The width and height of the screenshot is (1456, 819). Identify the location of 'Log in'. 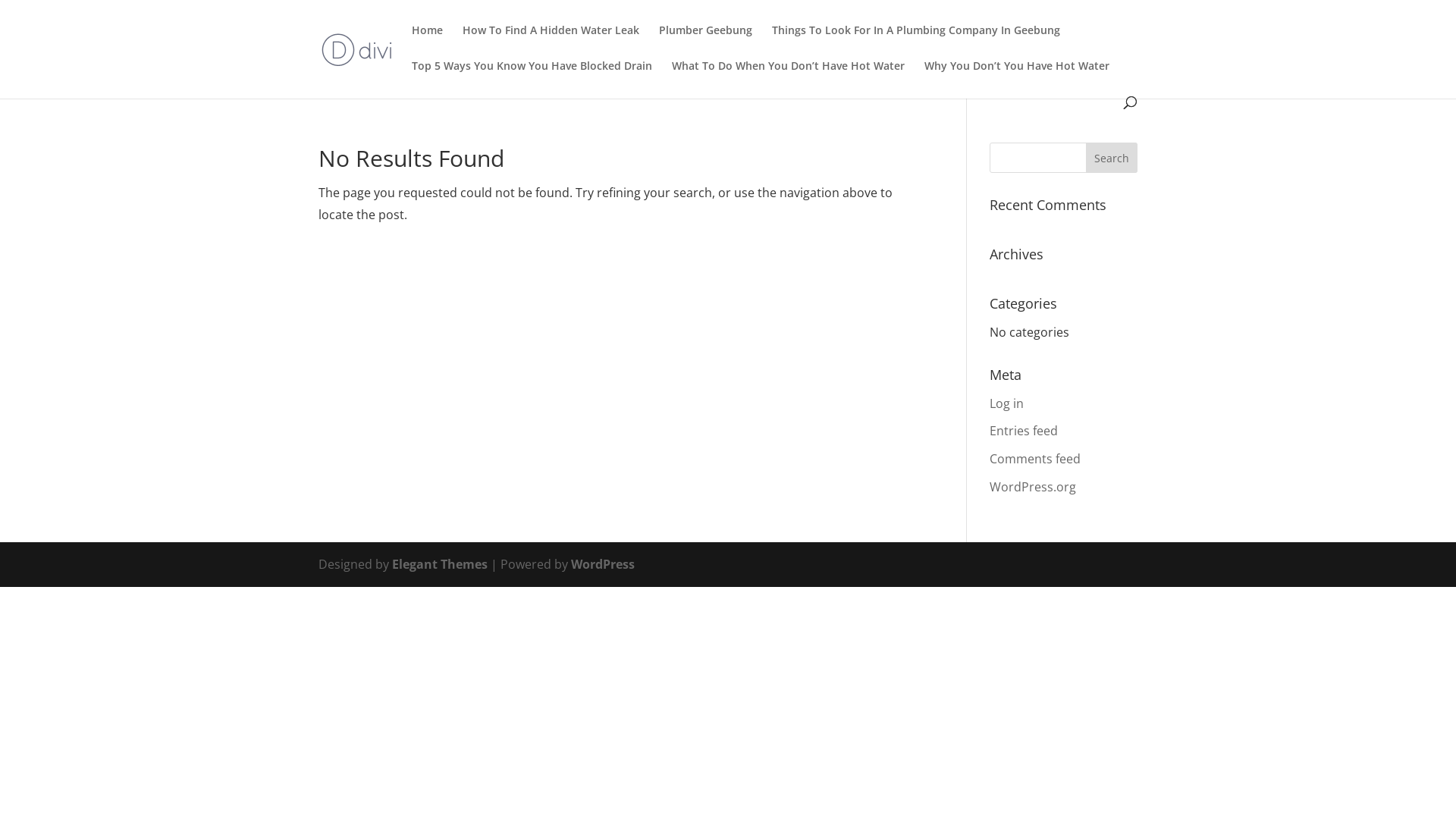
(990, 403).